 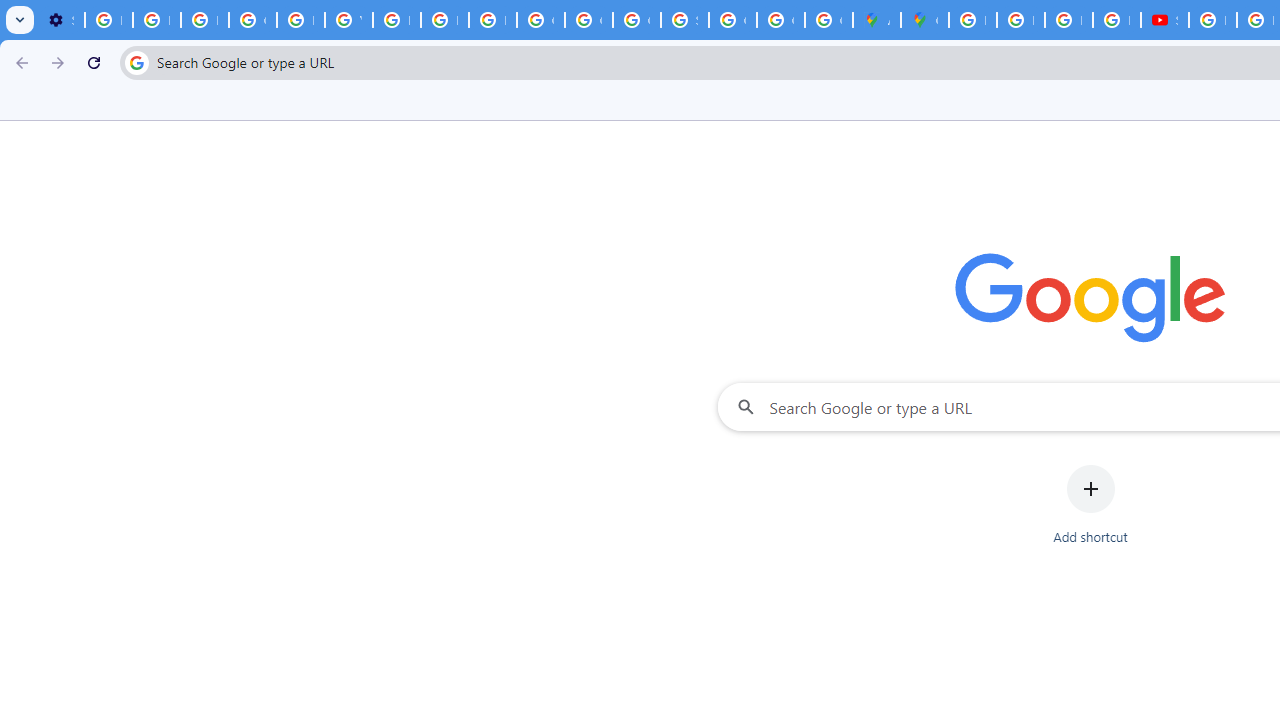 What do you see at coordinates (923, 20) in the screenshot?
I see `'Google Maps'` at bounding box center [923, 20].